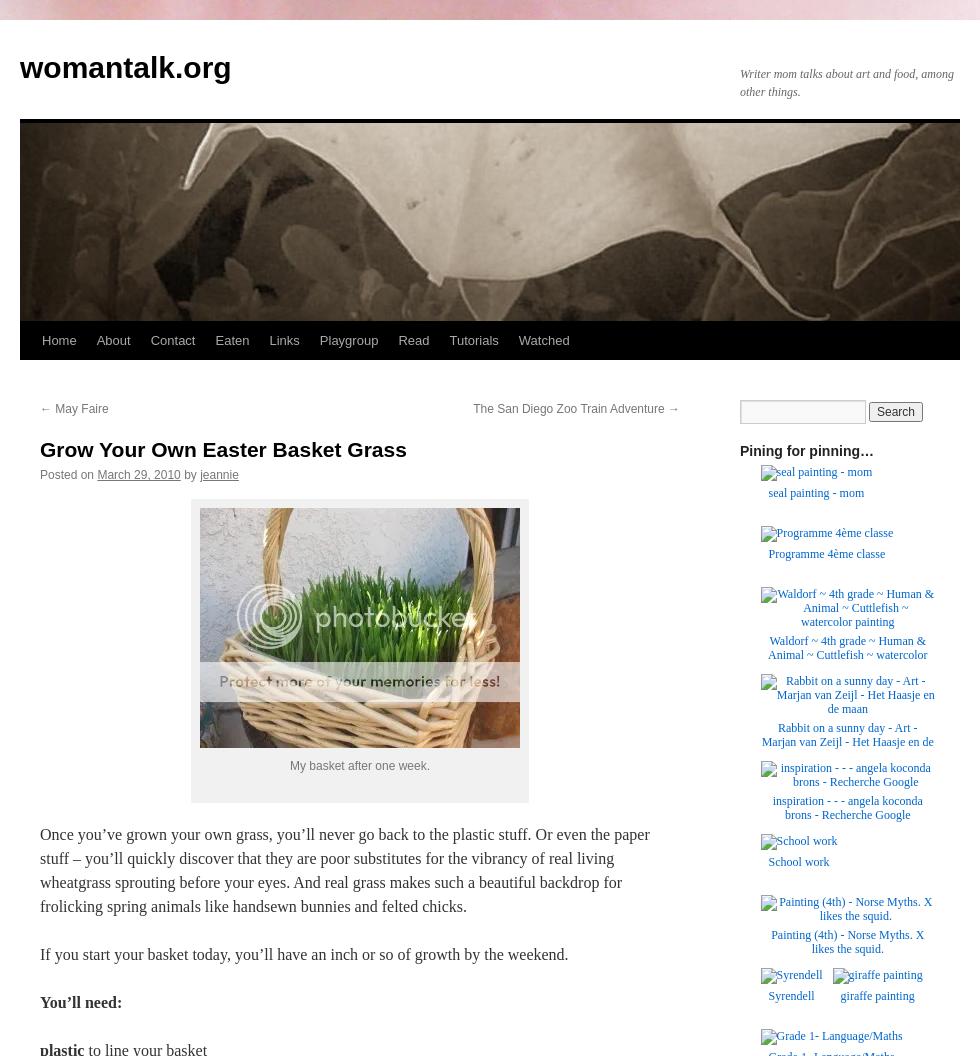 This screenshot has height=1056, width=980. What do you see at coordinates (847, 808) in the screenshot?
I see `'inspiration - - - angela koconda brons - Recherche Google'` at bounding box center [847, 808].